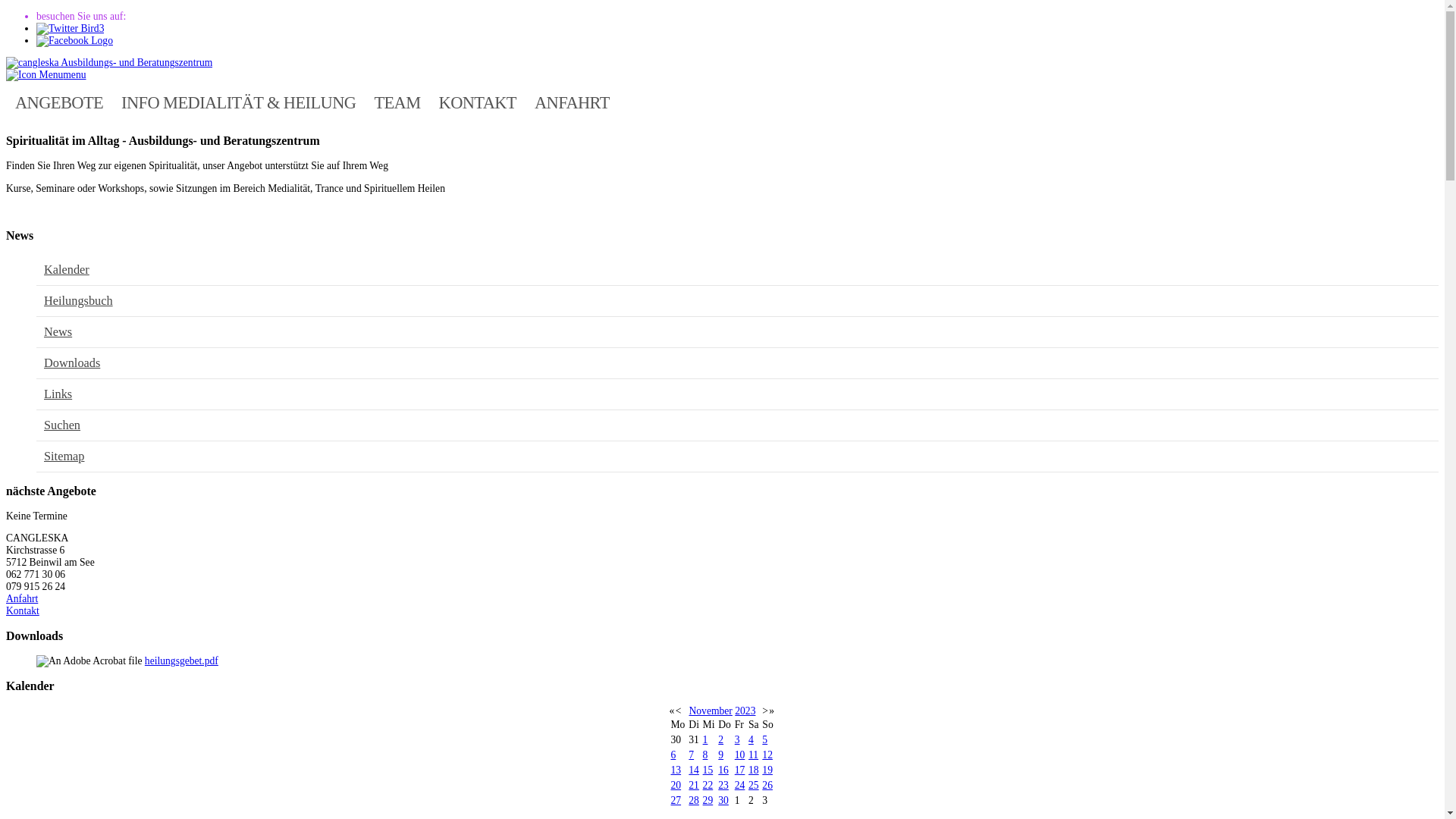 Image resolution: width=1456 pixels, height=819 pixels. What do you see at coordinates (723, 770) in the screenshot?
I see `'16'` at bounding box center [723, 770].